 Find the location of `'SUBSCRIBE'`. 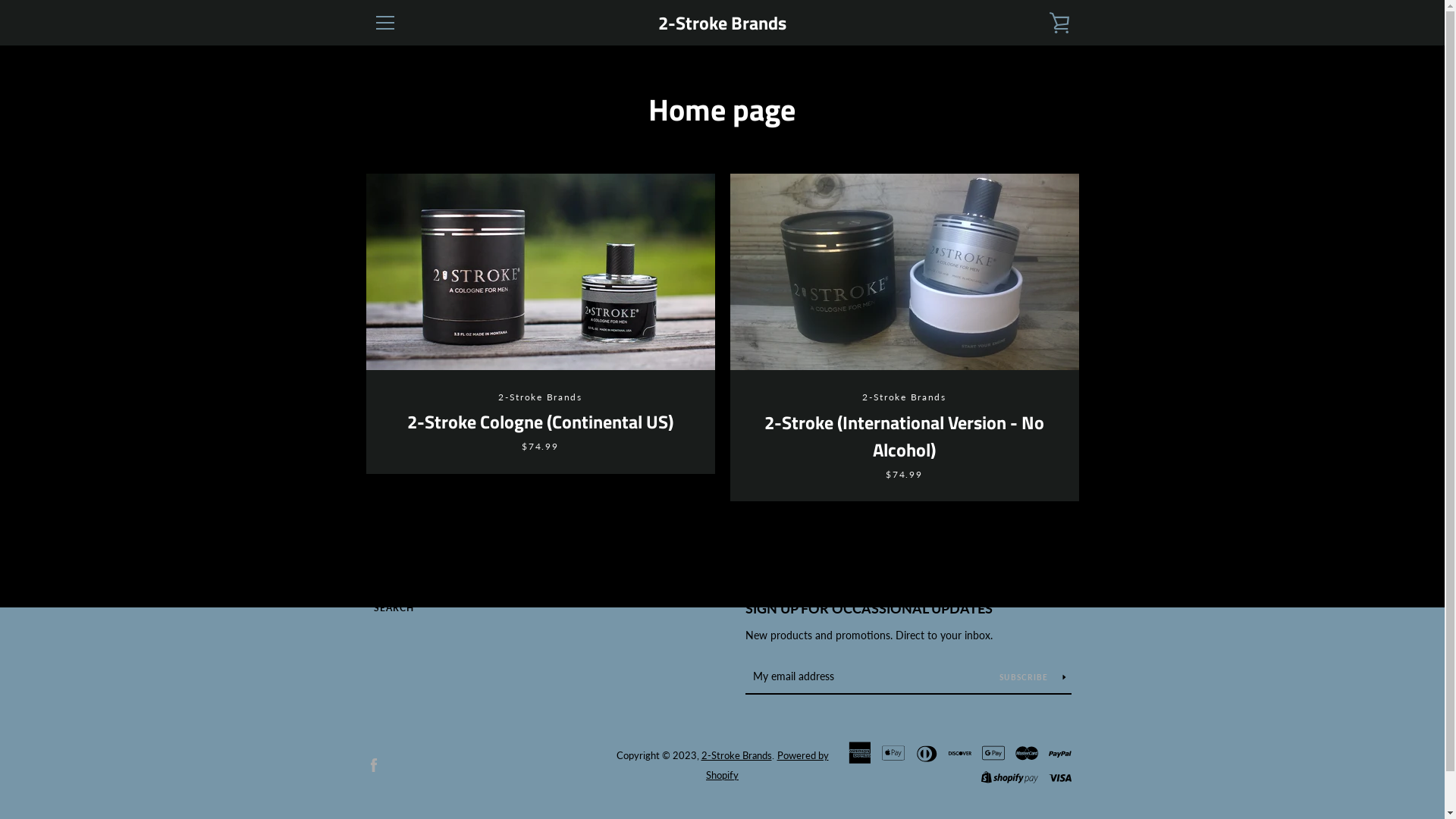

'SUBSCRIBE' is located at coordinates (1032, 675).